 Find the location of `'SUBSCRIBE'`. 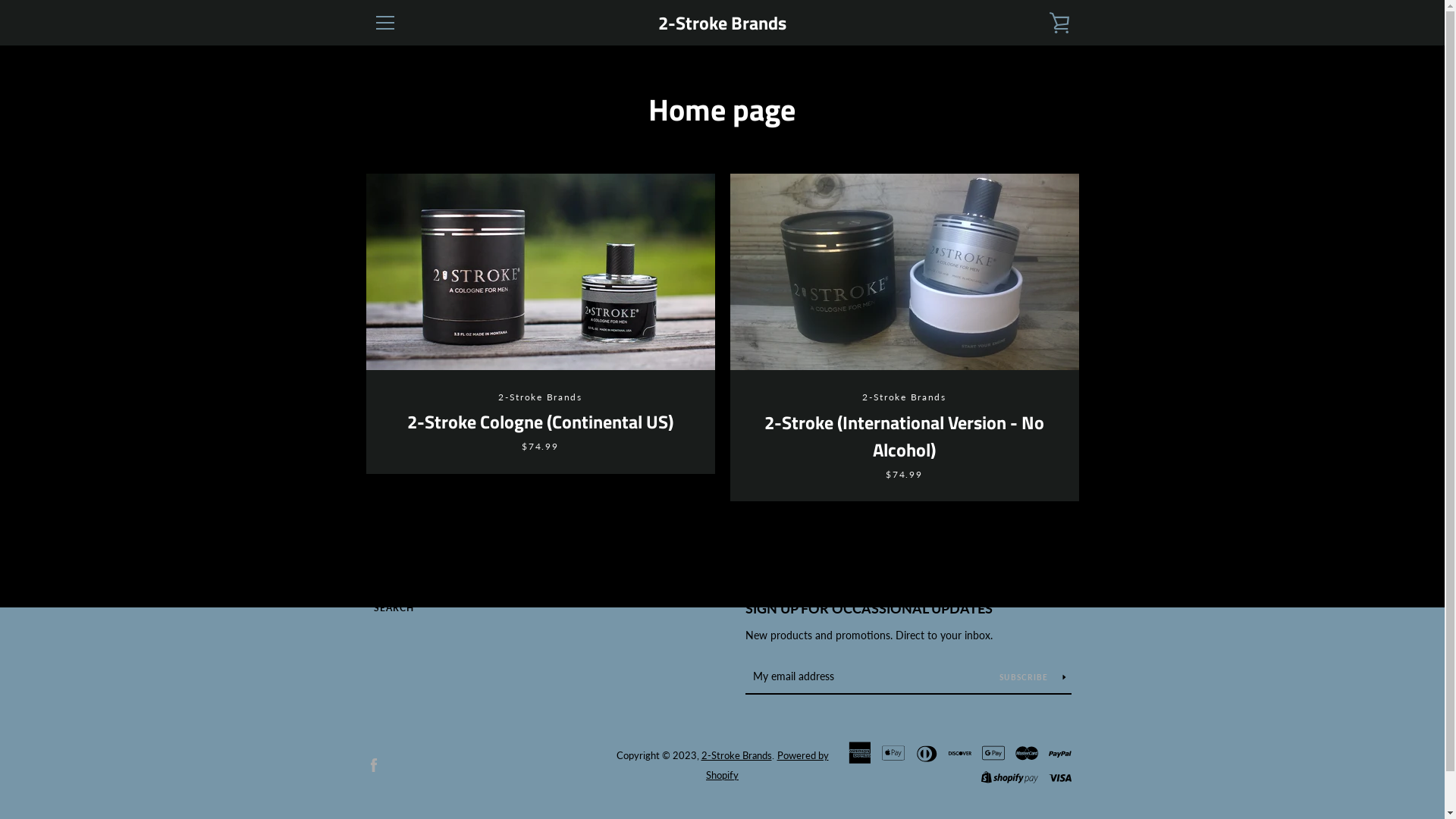

'SUBSCRIBE' is located at coordinates (1032, 675).